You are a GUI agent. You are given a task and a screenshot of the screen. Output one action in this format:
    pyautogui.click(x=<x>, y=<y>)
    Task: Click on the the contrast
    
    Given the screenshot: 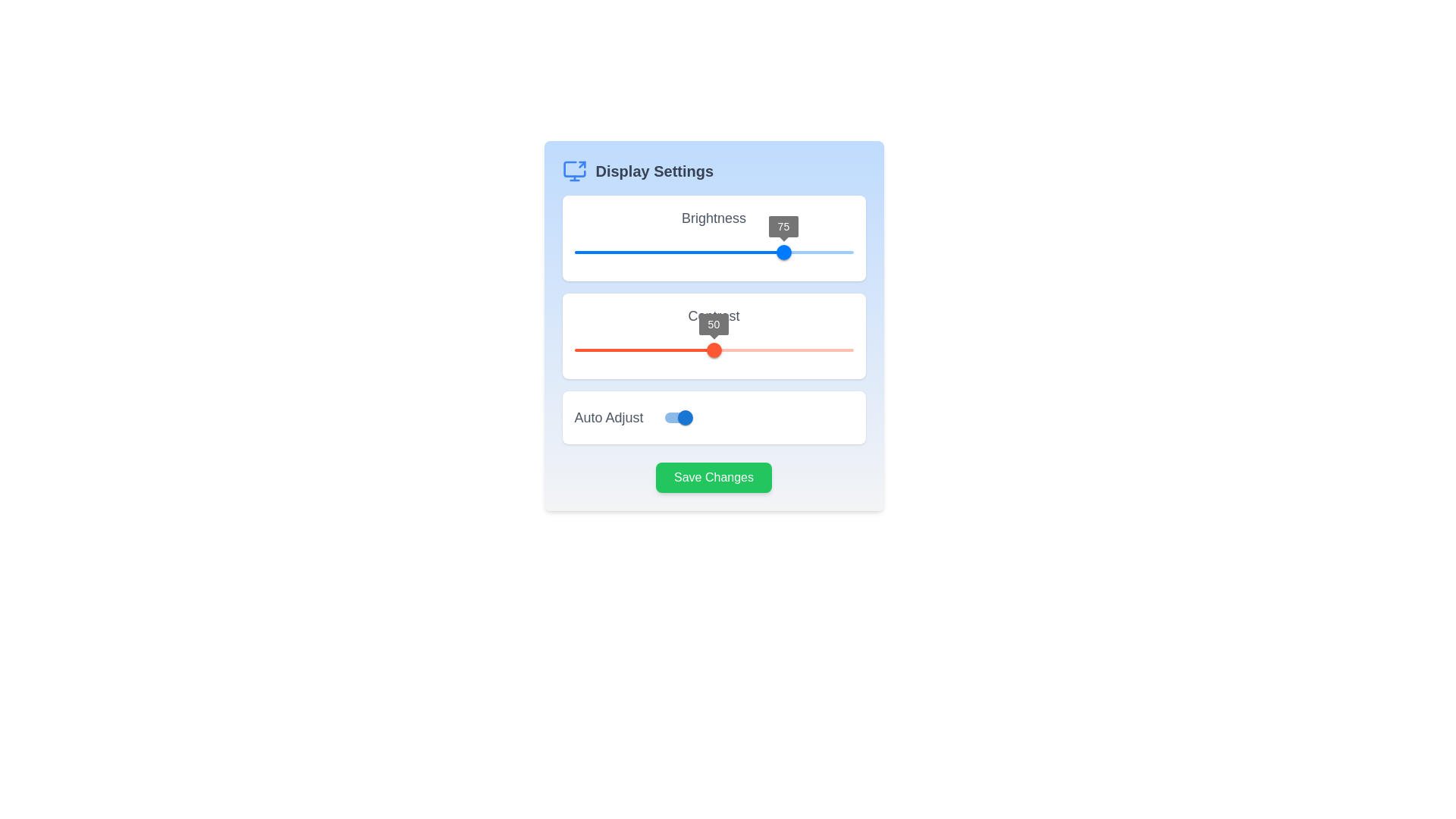 What is the action you would take?
    pyautogui.click(x=705, y=350)
    